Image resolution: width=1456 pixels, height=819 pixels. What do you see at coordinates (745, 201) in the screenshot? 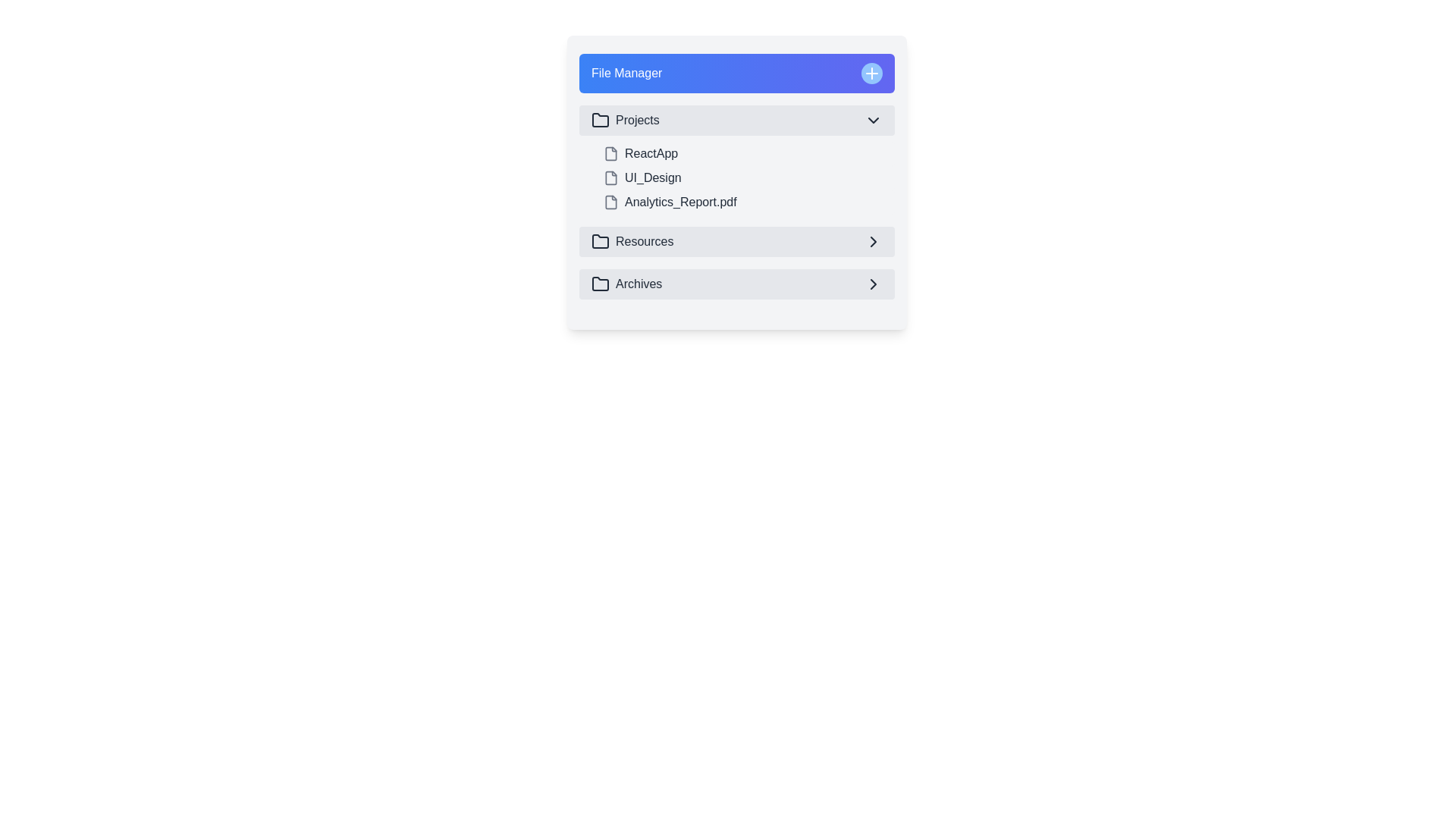
I see `the 'Analytics_Report.pdf' file list item, which is the third item under the 'Projects' section` at bounding box center [745, 201].